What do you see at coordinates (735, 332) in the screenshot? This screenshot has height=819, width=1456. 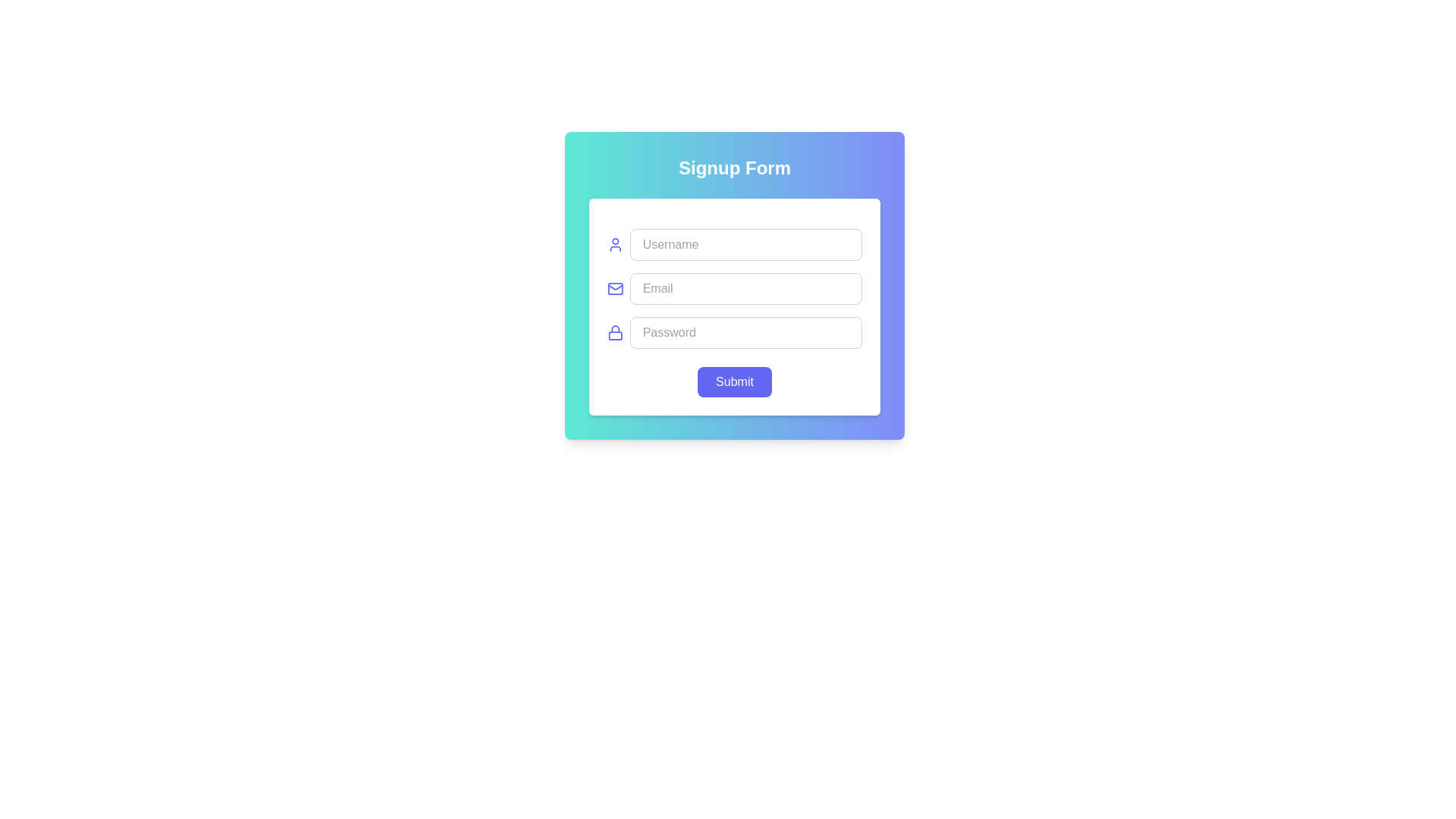 I see `the Password input field, which is the fourth input in the 'Signup Form' card, to focus it` at bounding box center [735, 332].